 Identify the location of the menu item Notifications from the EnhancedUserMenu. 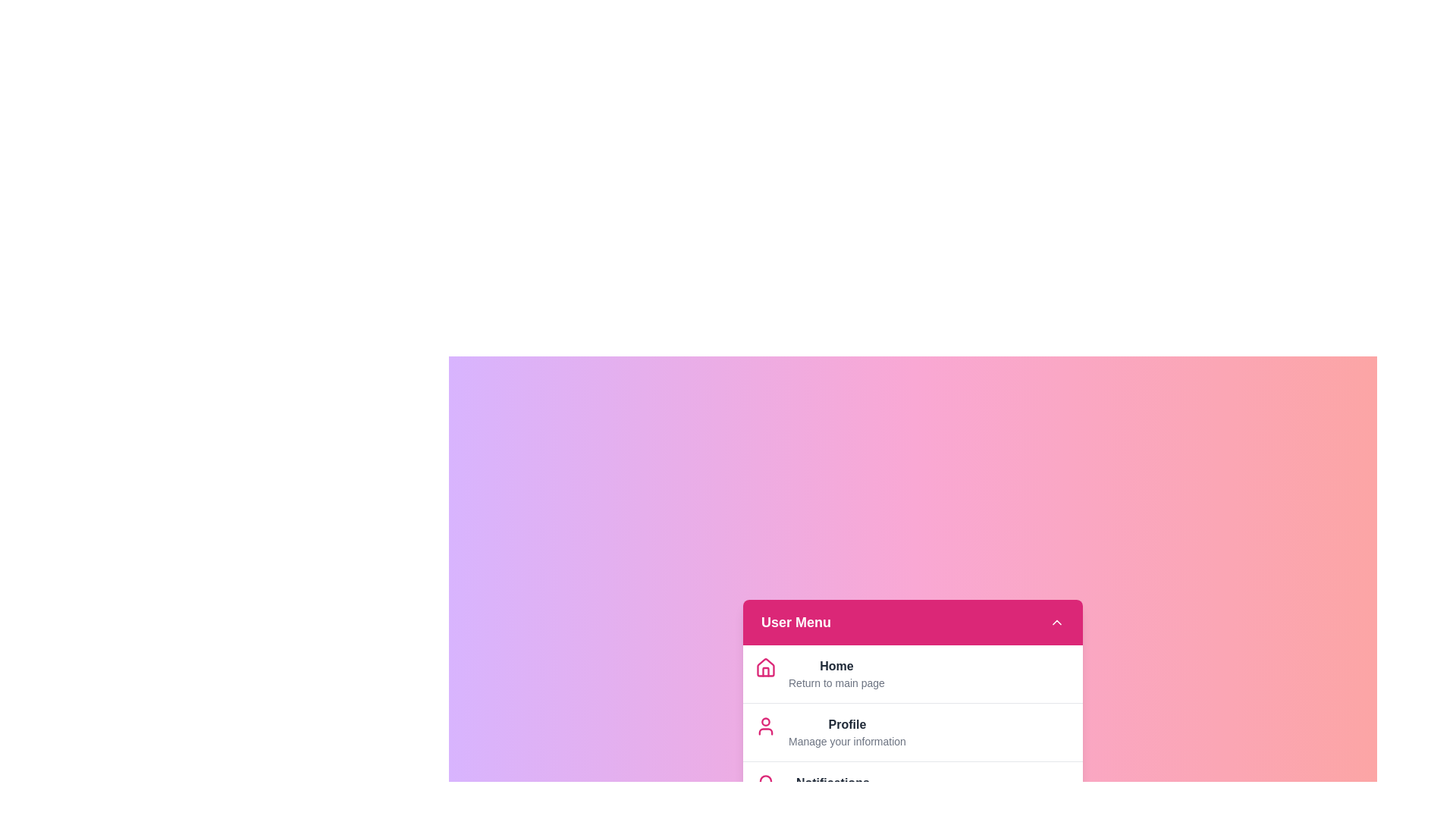
(832, 783).